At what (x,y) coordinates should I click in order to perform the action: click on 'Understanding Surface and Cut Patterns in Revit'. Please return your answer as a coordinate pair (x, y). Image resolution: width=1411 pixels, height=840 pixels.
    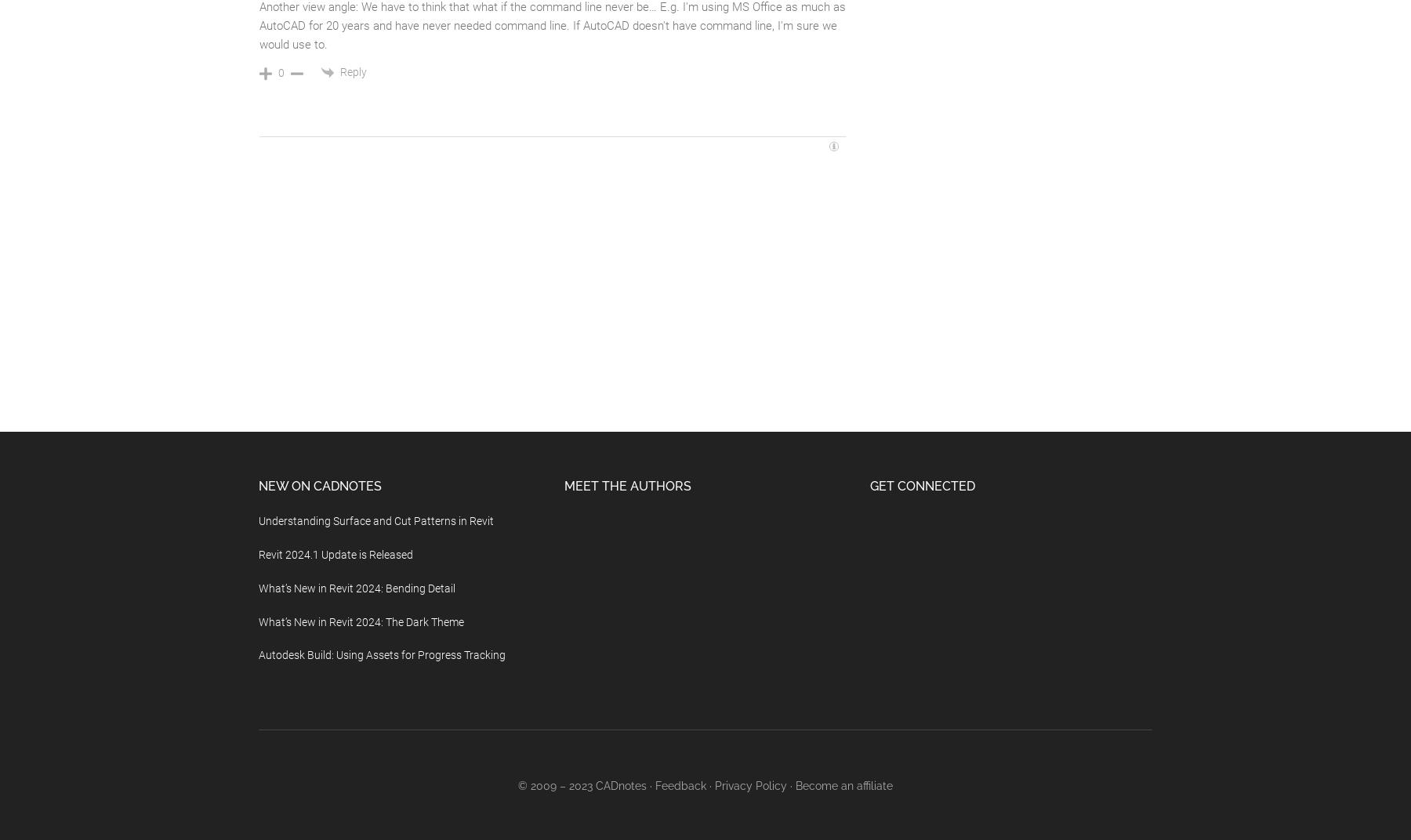
    Looking at the image, I should click on (375, 520).